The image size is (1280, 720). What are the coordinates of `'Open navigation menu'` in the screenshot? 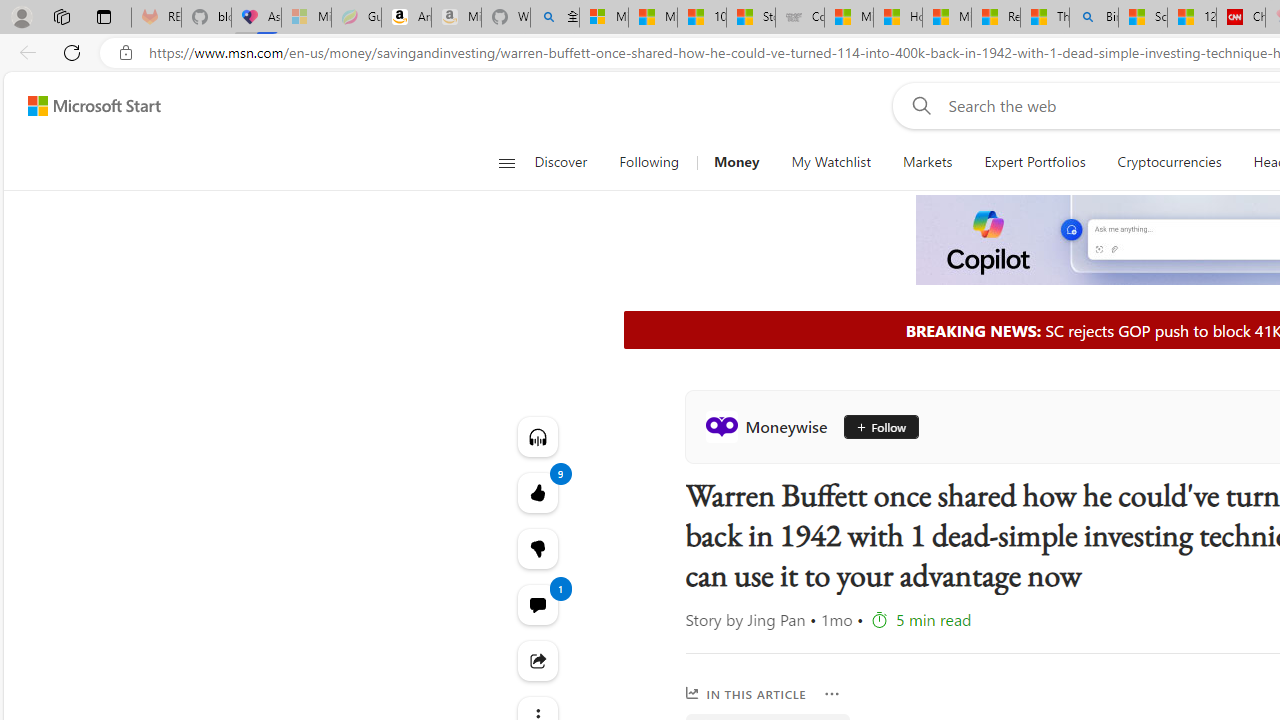 It's located at (506, 162).